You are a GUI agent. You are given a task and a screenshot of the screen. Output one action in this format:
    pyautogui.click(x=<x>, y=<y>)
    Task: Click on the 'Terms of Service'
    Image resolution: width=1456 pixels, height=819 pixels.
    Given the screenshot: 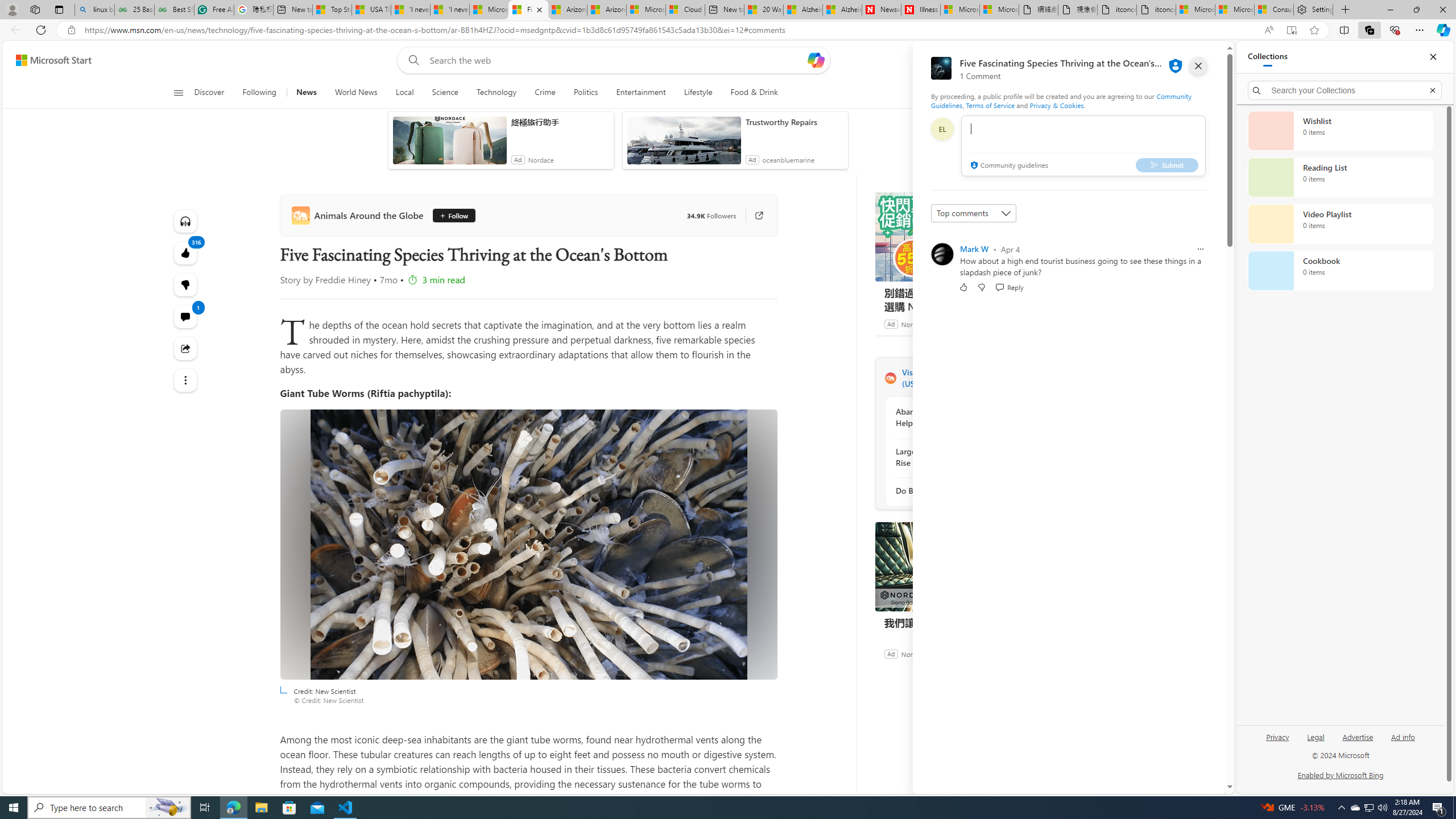 What is the action you would take?
    pyautogui.click(x=990, y=105)
    